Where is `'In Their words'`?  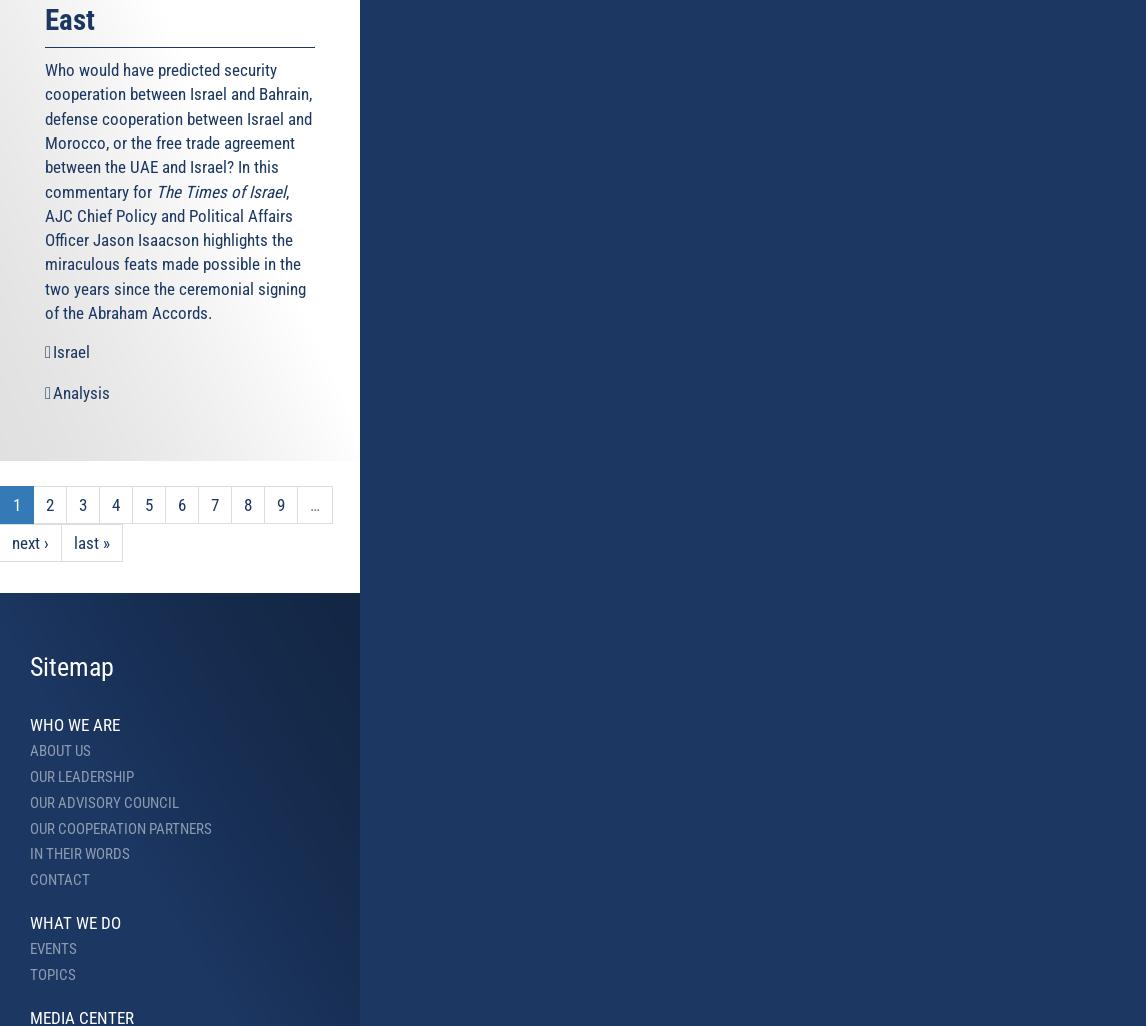 'In Their words' is located at coordinates (79, 854).